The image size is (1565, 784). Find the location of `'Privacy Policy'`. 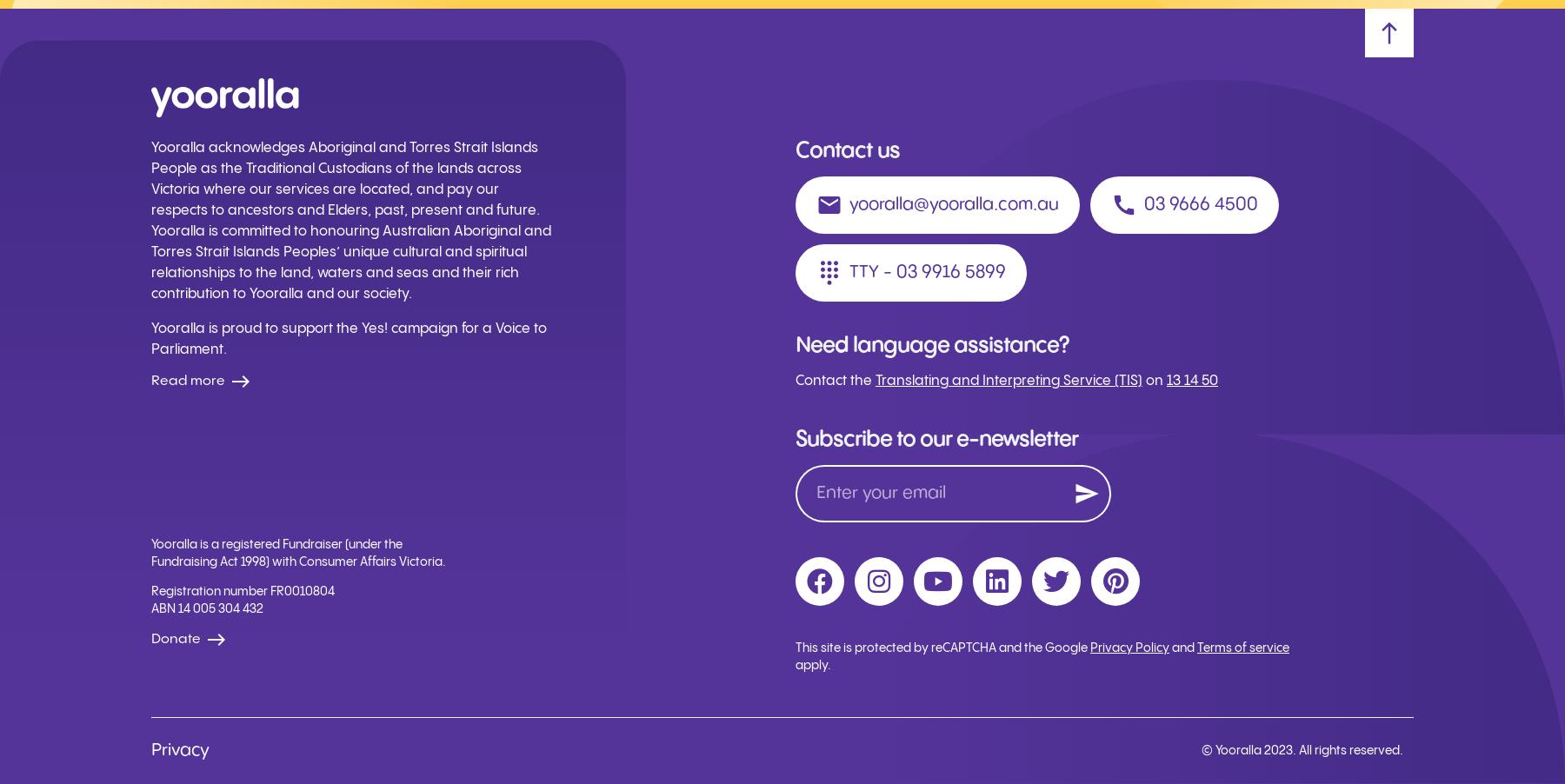

'Privacy Policy' is located at coordinates (1129, 648).